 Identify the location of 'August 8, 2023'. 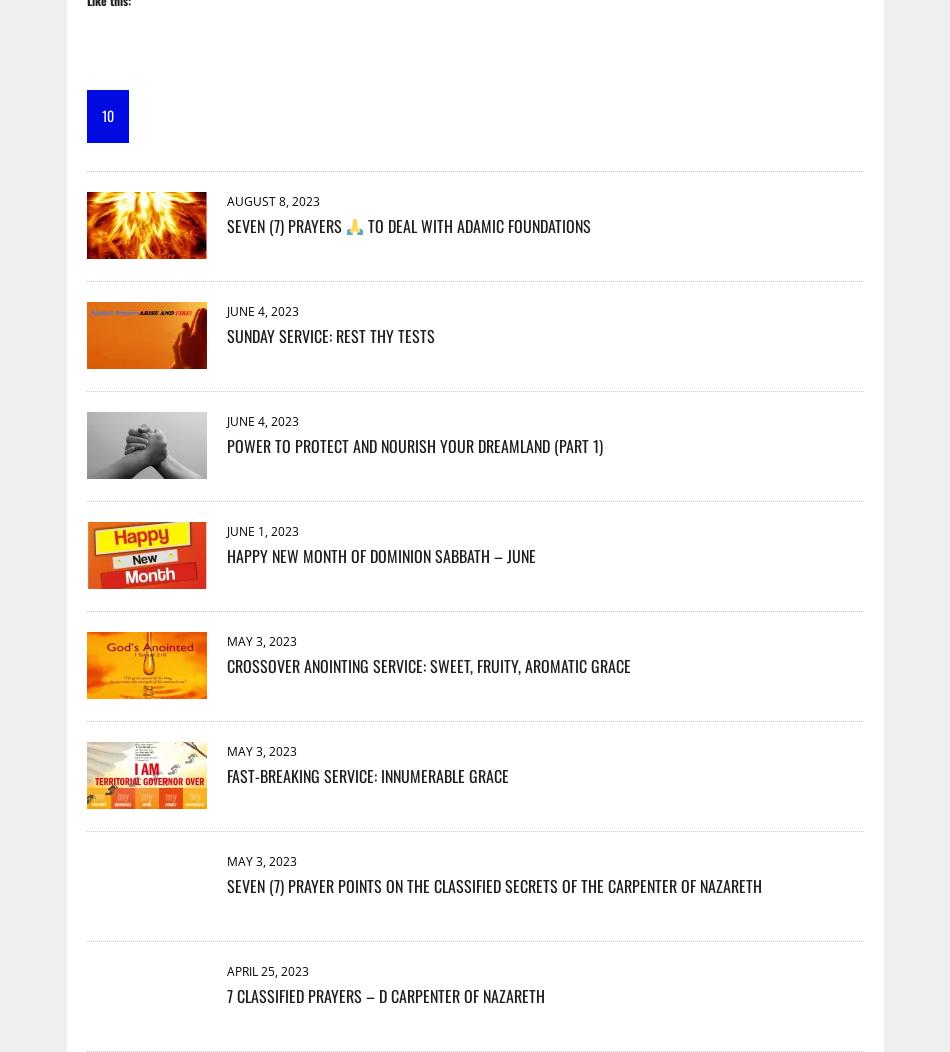
(271, 200).